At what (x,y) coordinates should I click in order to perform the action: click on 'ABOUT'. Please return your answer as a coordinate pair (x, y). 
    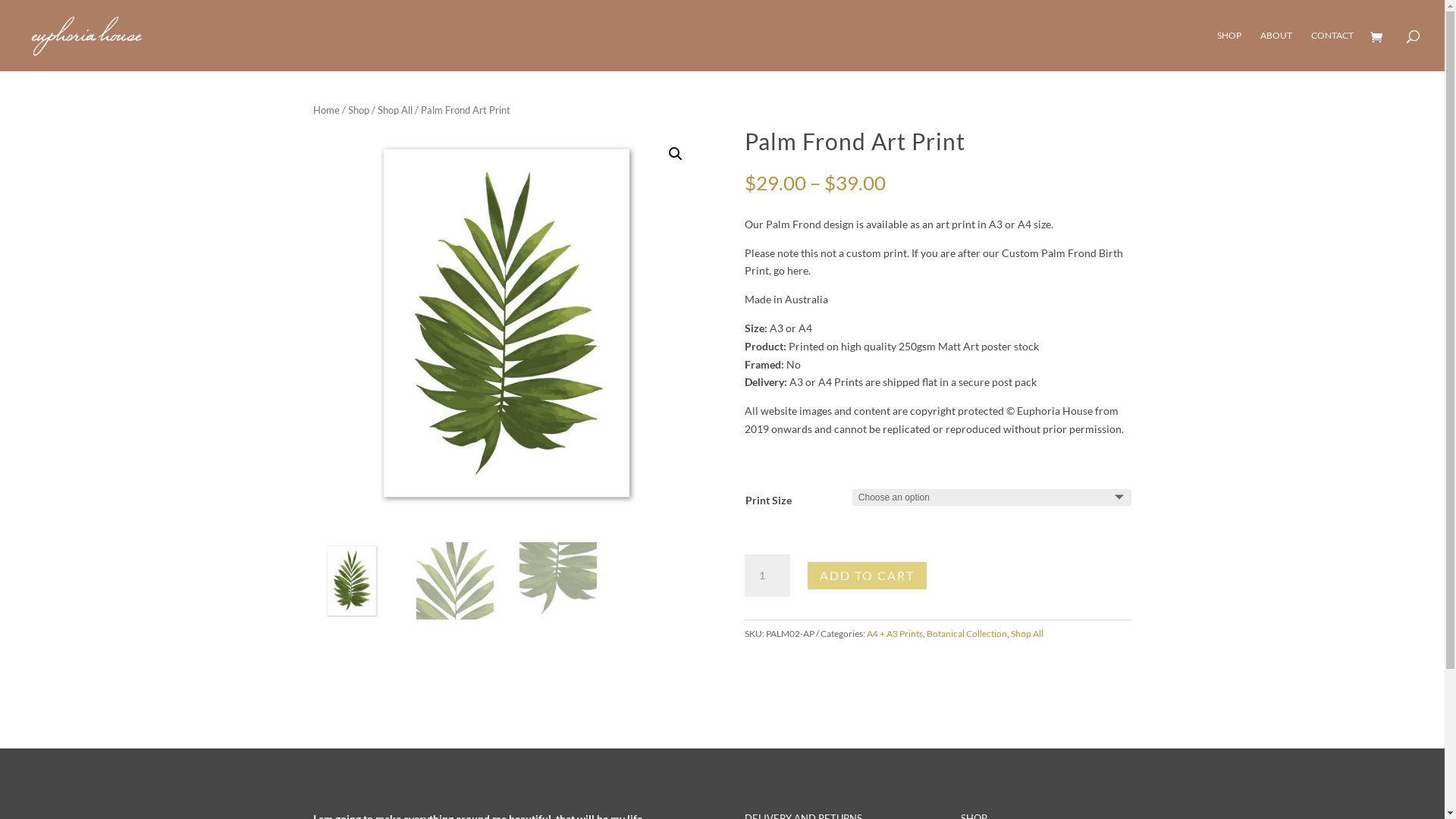
    Looking at the image, I should click on (1276, 49).